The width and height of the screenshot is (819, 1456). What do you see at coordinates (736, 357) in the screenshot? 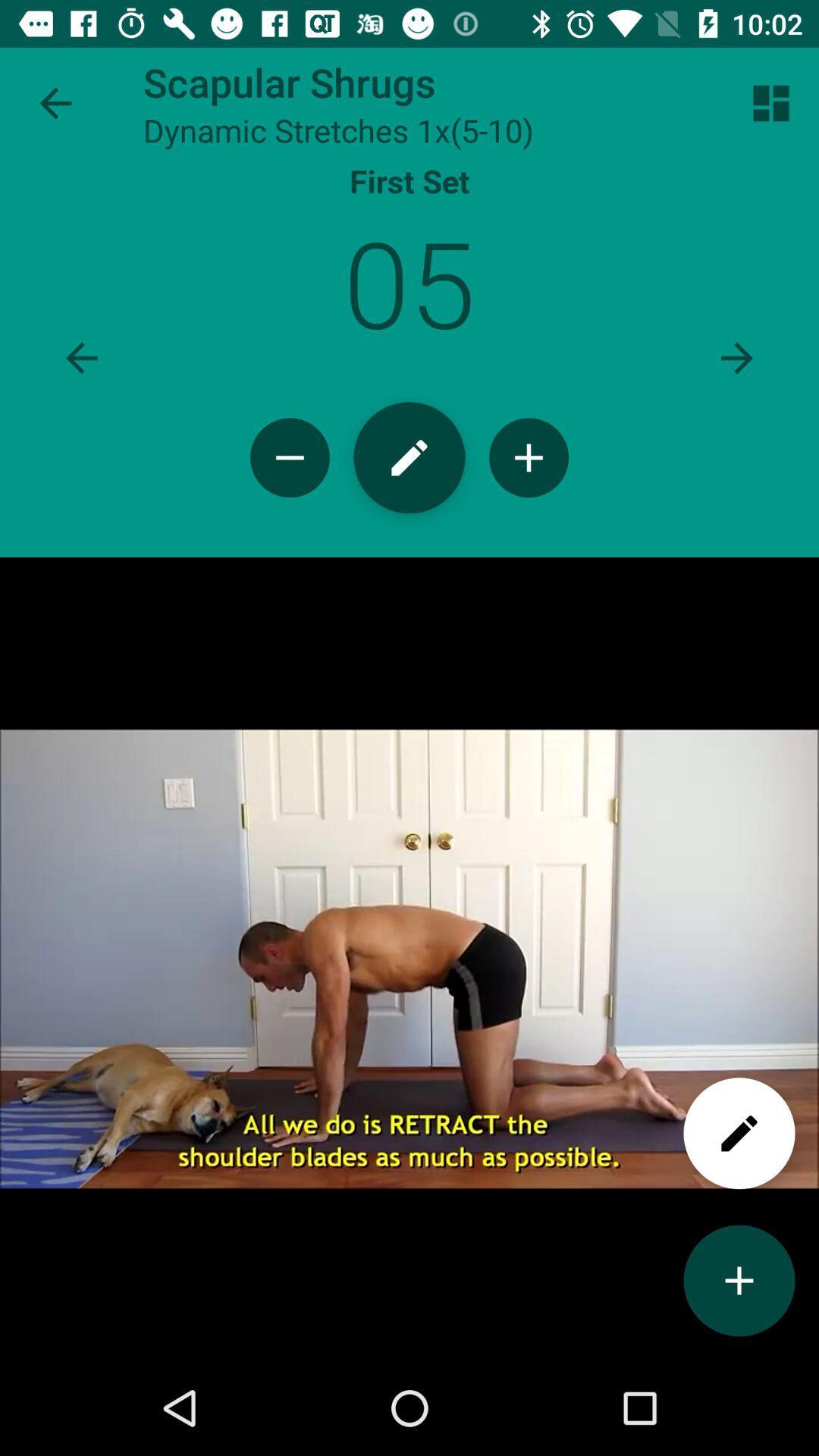
I see `next` at bounding box center [736, 357].